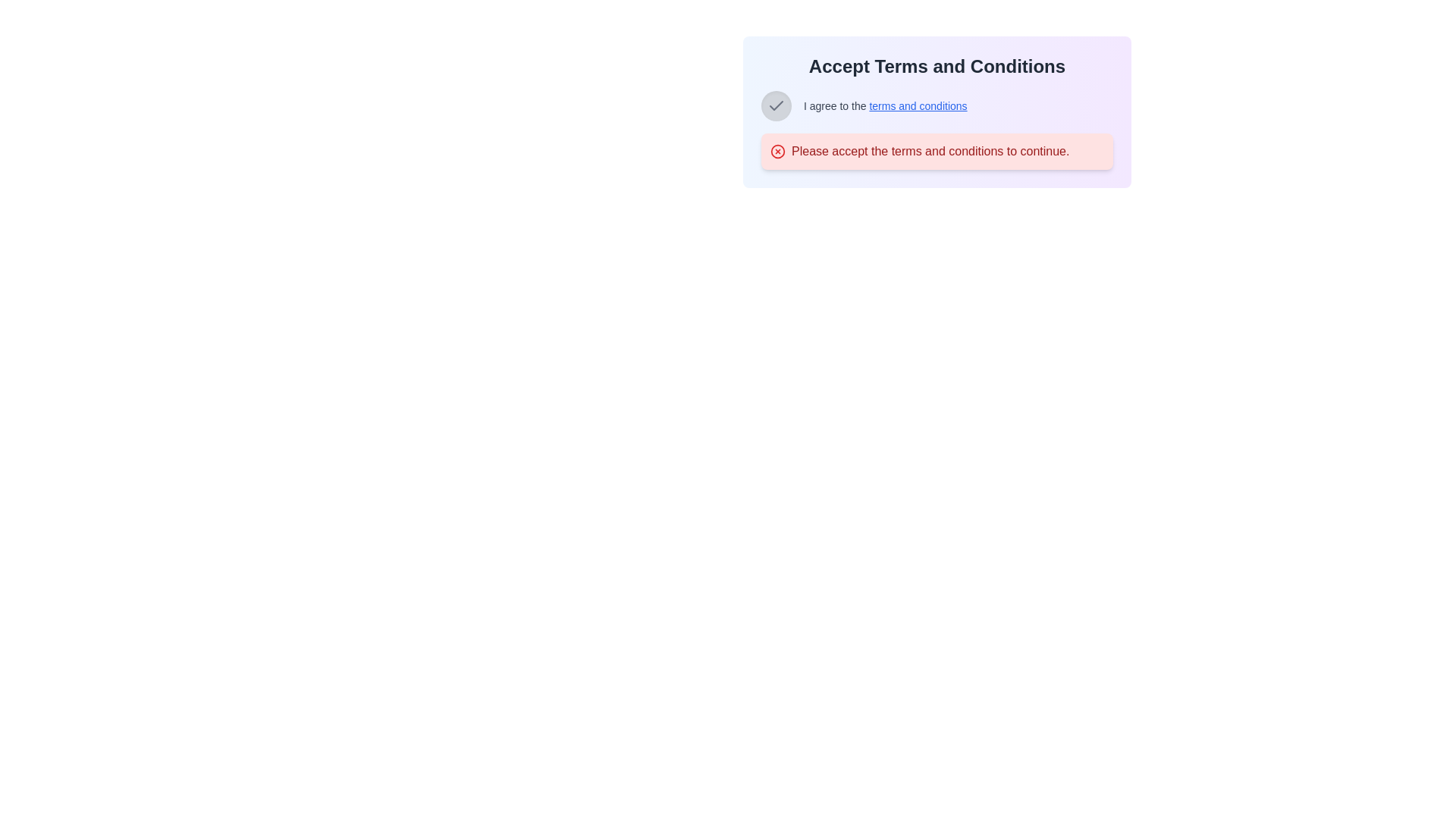  What do you see at coordinates (917, 105) in the screenshot?
I see `the hyperlink that says 'I agree to the terms and conditions'` at bounding box center [917, 105].